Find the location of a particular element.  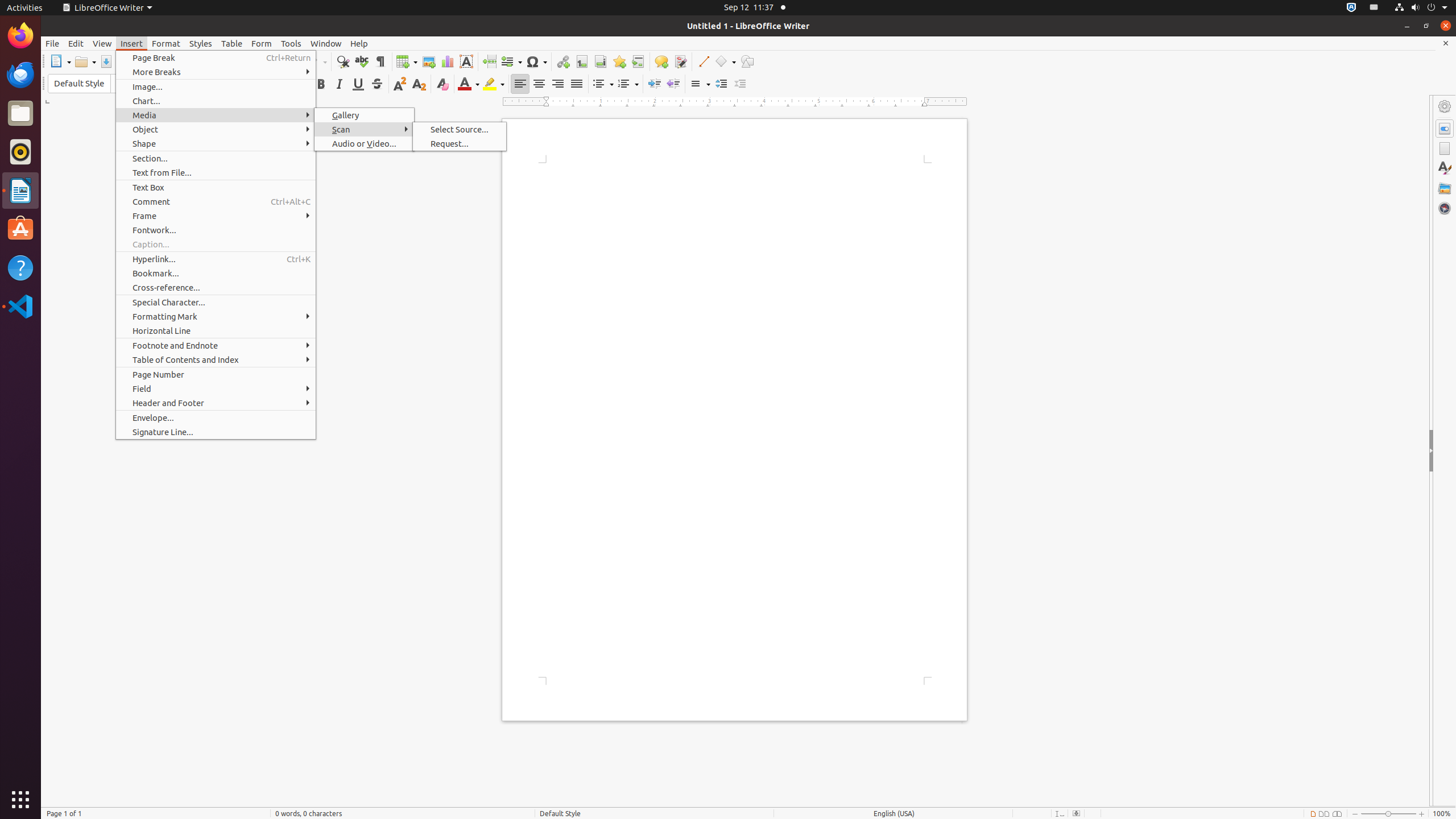

'Italic' is located at coordinates (338, 83).